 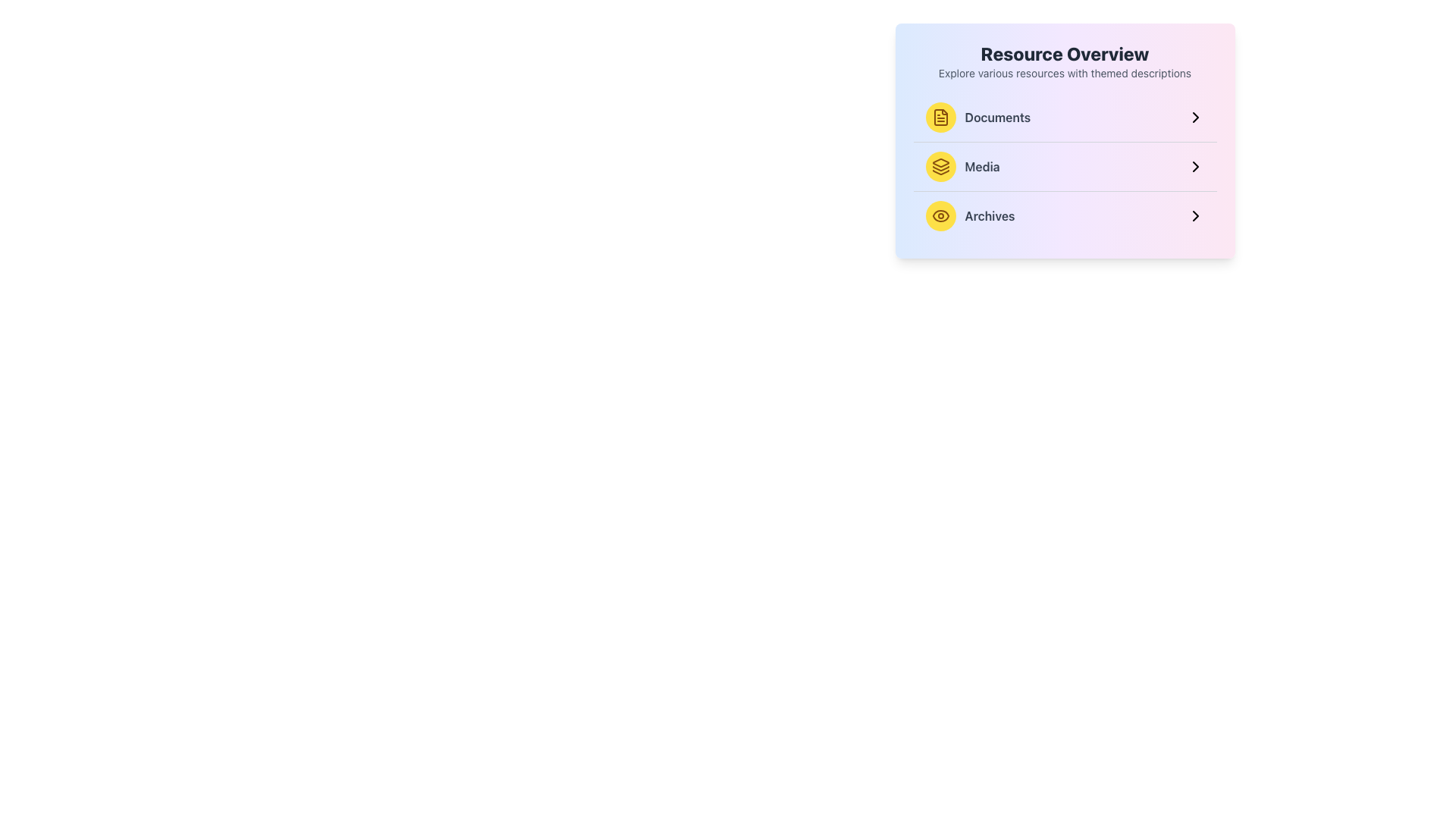 I want to click on the circular icon with a yellow background and a document-like symbol, located to the left of the 'Documents' text in the first row of resource items, so click(x=940, y=116).